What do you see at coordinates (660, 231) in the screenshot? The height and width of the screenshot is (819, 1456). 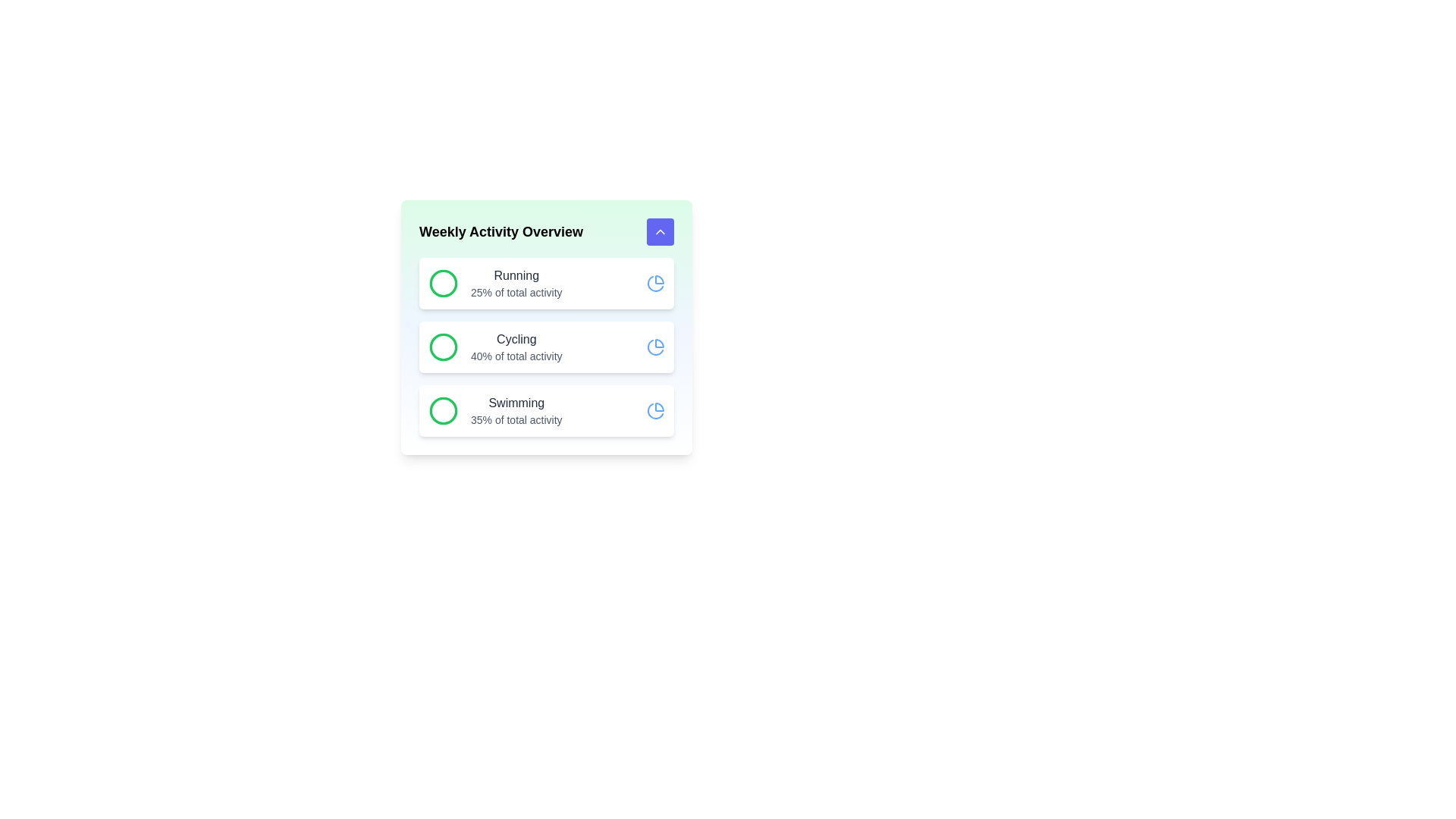 I see `the chevron-up icon within the rounded Indigo-blue button located at the top-right corner of the 'Weekly Activity Overview' card` at bounding box center [660, 231].